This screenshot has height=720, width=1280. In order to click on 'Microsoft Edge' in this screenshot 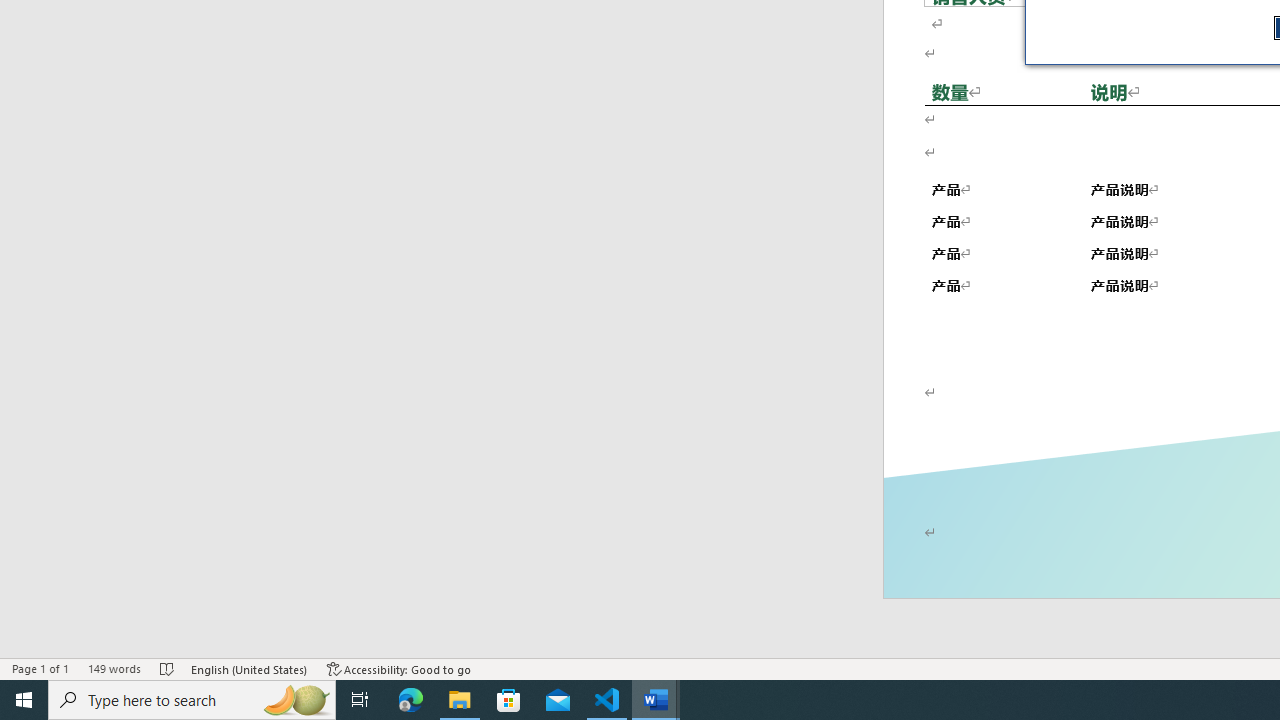, I will do `click(410, 698)`.